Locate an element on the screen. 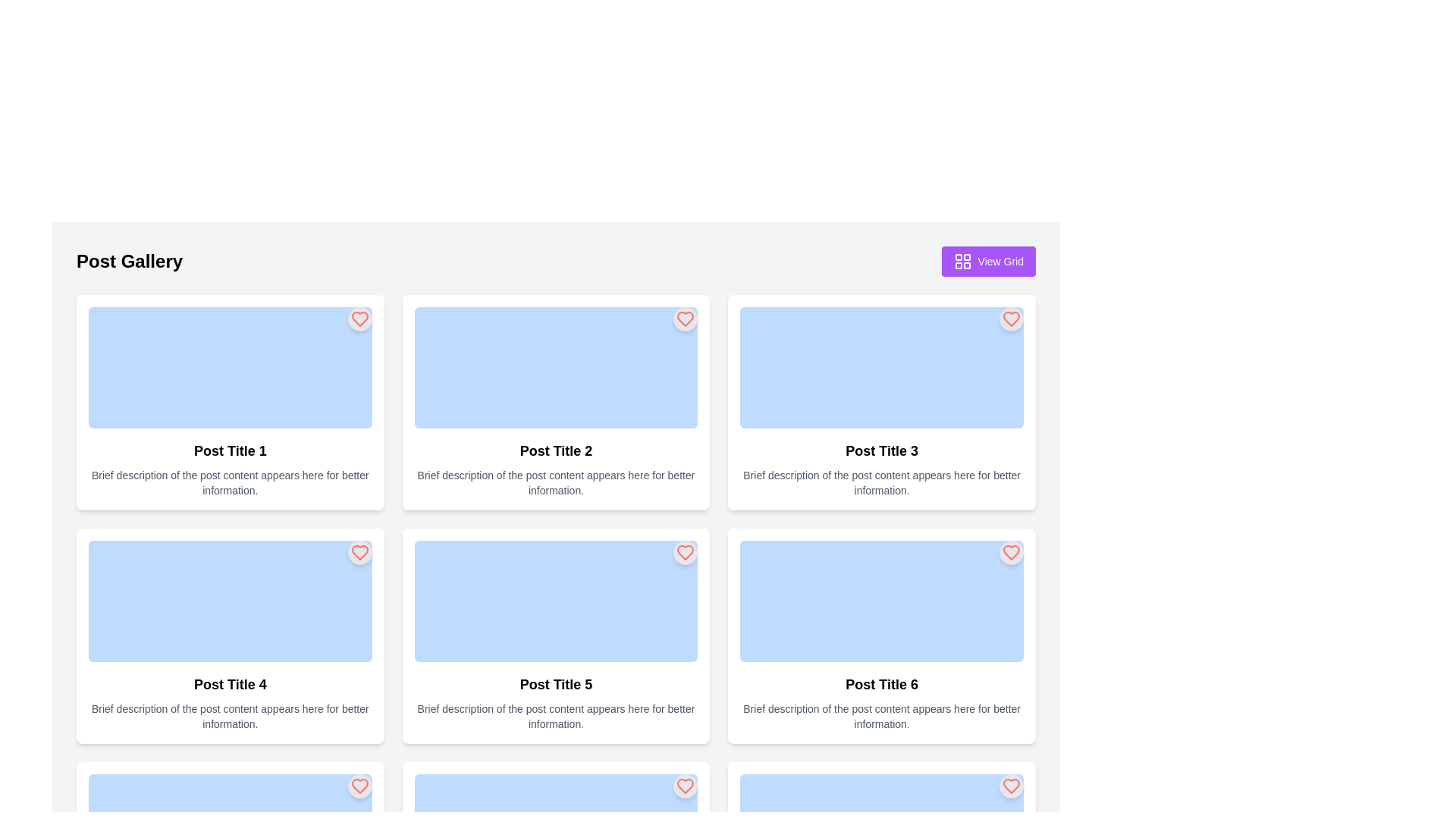 The width and height of the screenshot is (1456, 819). the heart-shaped 'like' icon located in the top-right corner of the card labeled 'Post Title 4' is located at coordinates (359, 553).